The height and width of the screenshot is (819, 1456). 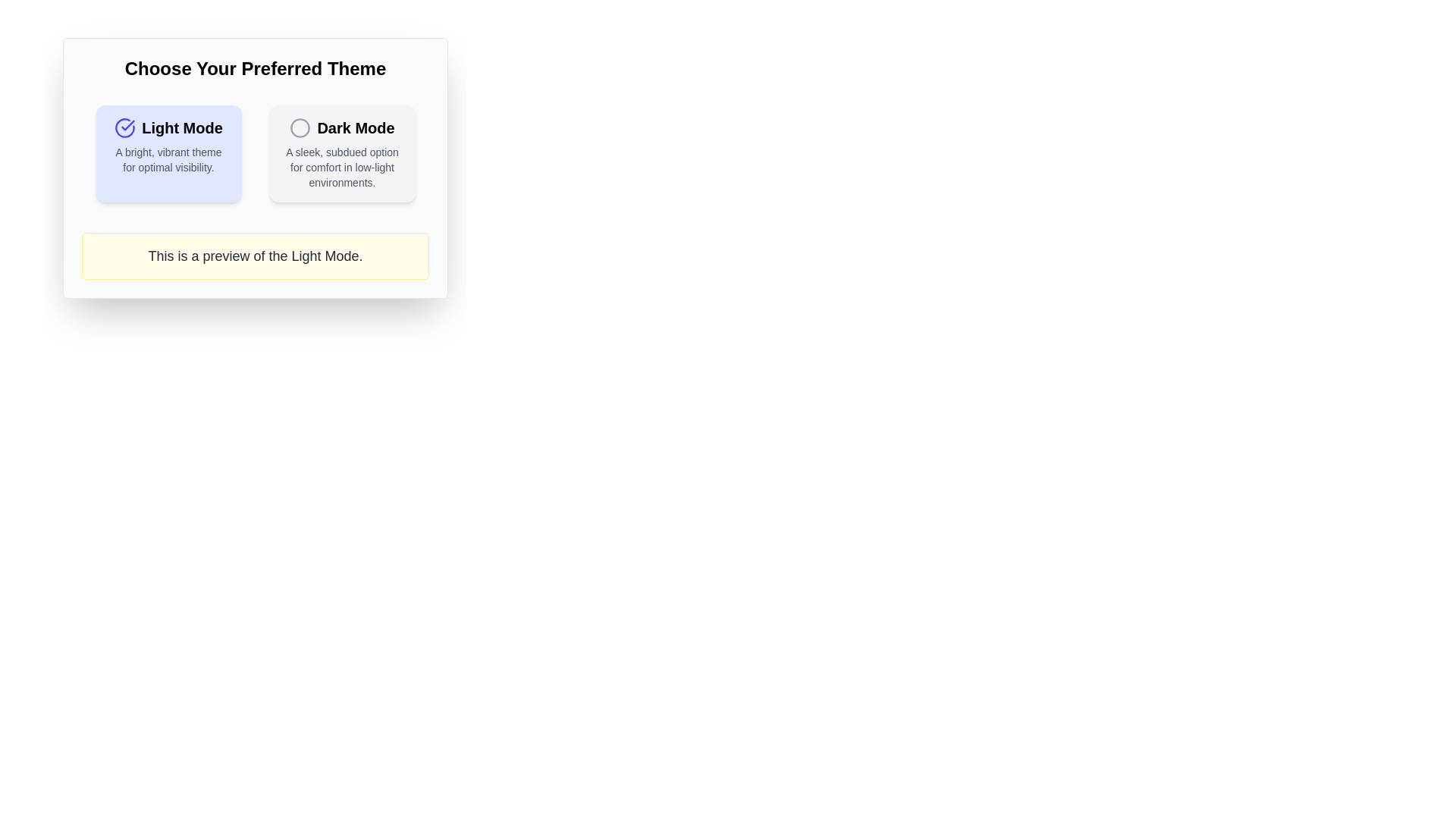 What do you see at coordinates (341, 167) in the screenshot?
I see `the static text providing details for the 'Dark Mode' option, located beneath the title 'Dark Mode' on the right section of the UI panel` at bounding box center [341, 167].